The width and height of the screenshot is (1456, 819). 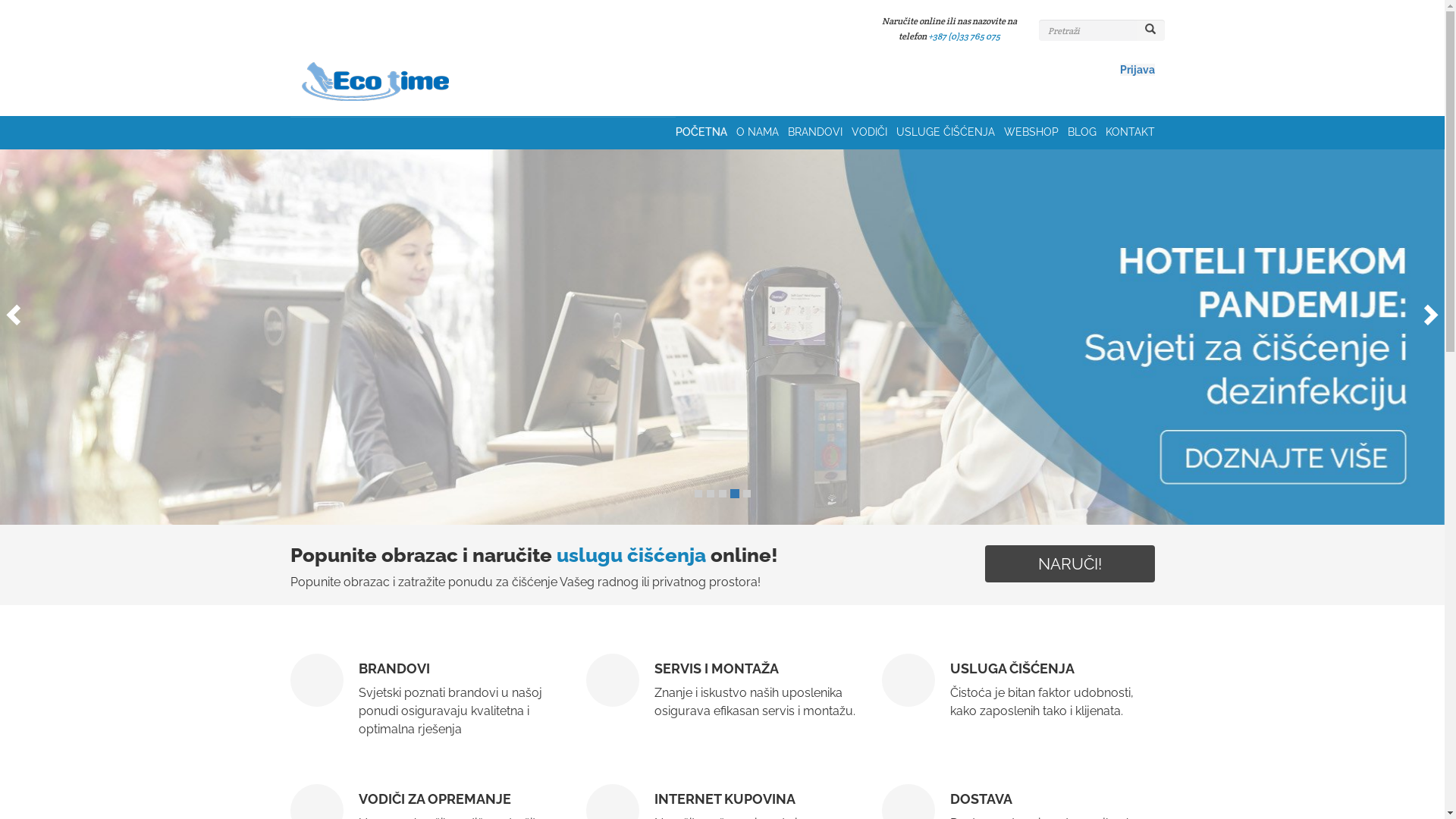 What do you see at coordinates (1432, 309) in the screenshot?
I see `'Next'` at bounding box center [1432, 309].